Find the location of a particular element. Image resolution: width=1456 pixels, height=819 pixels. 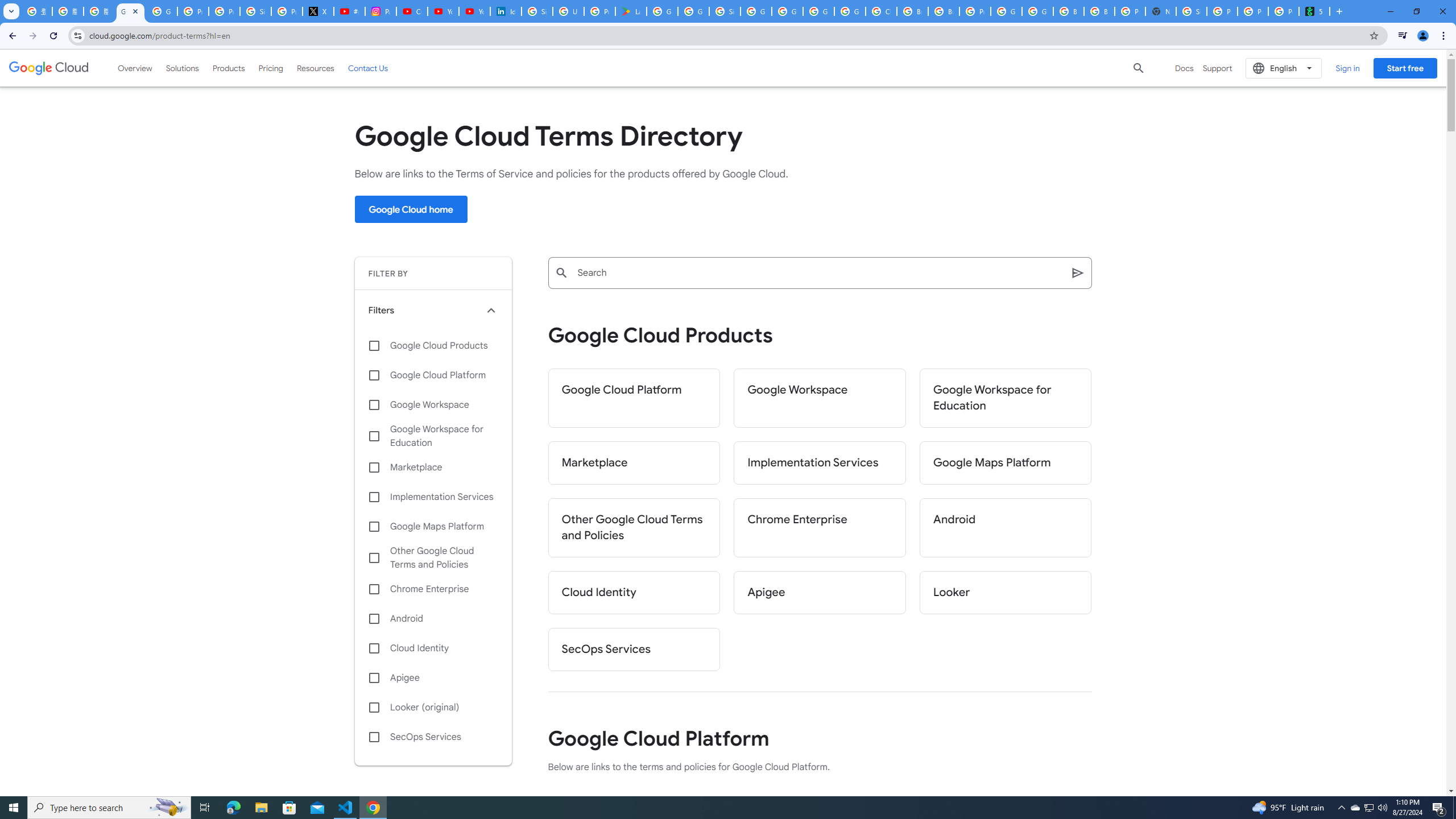

'X' is located at coordinates (317, 11).